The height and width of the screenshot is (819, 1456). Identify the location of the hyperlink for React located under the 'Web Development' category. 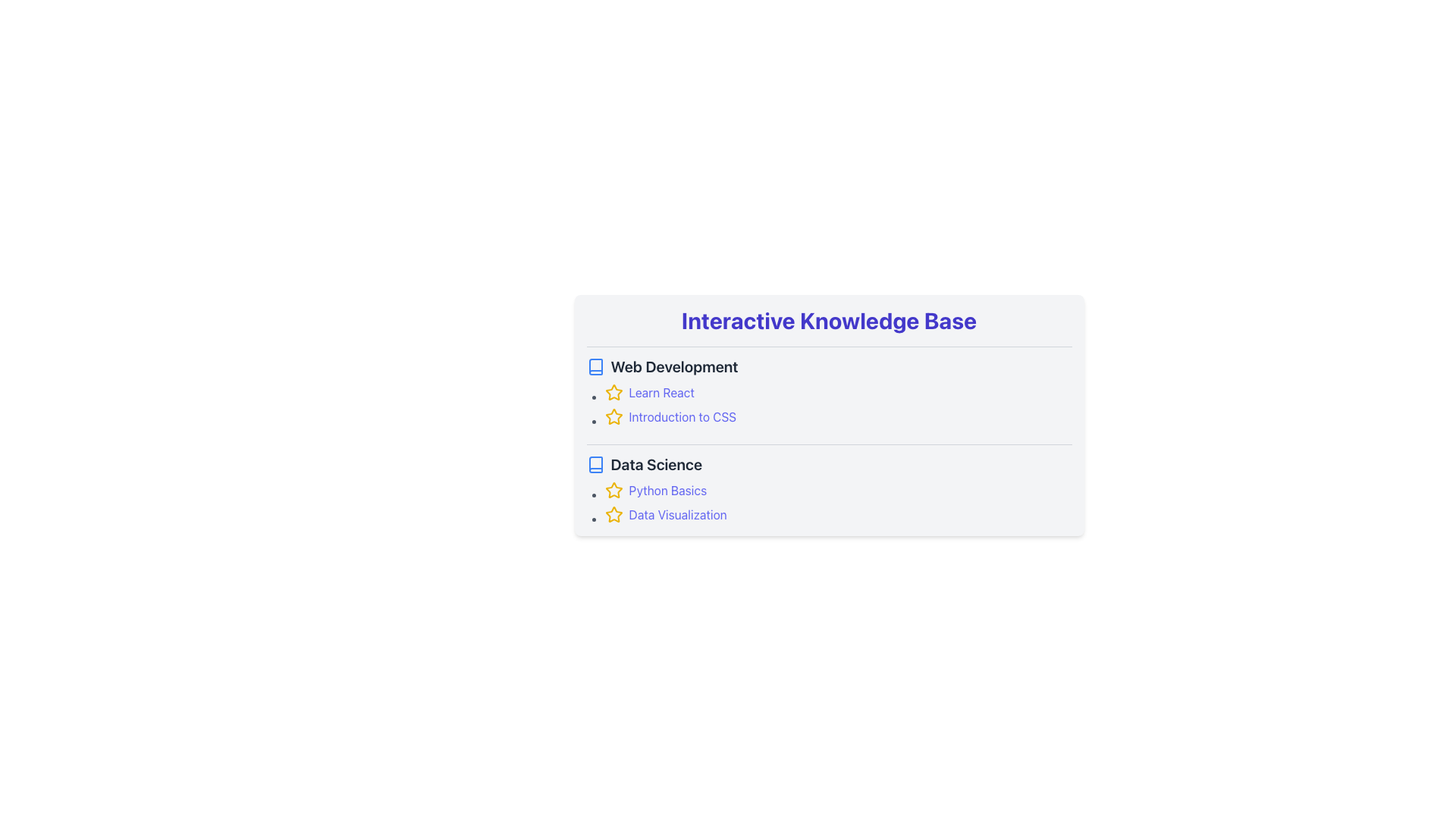
(837, 391).